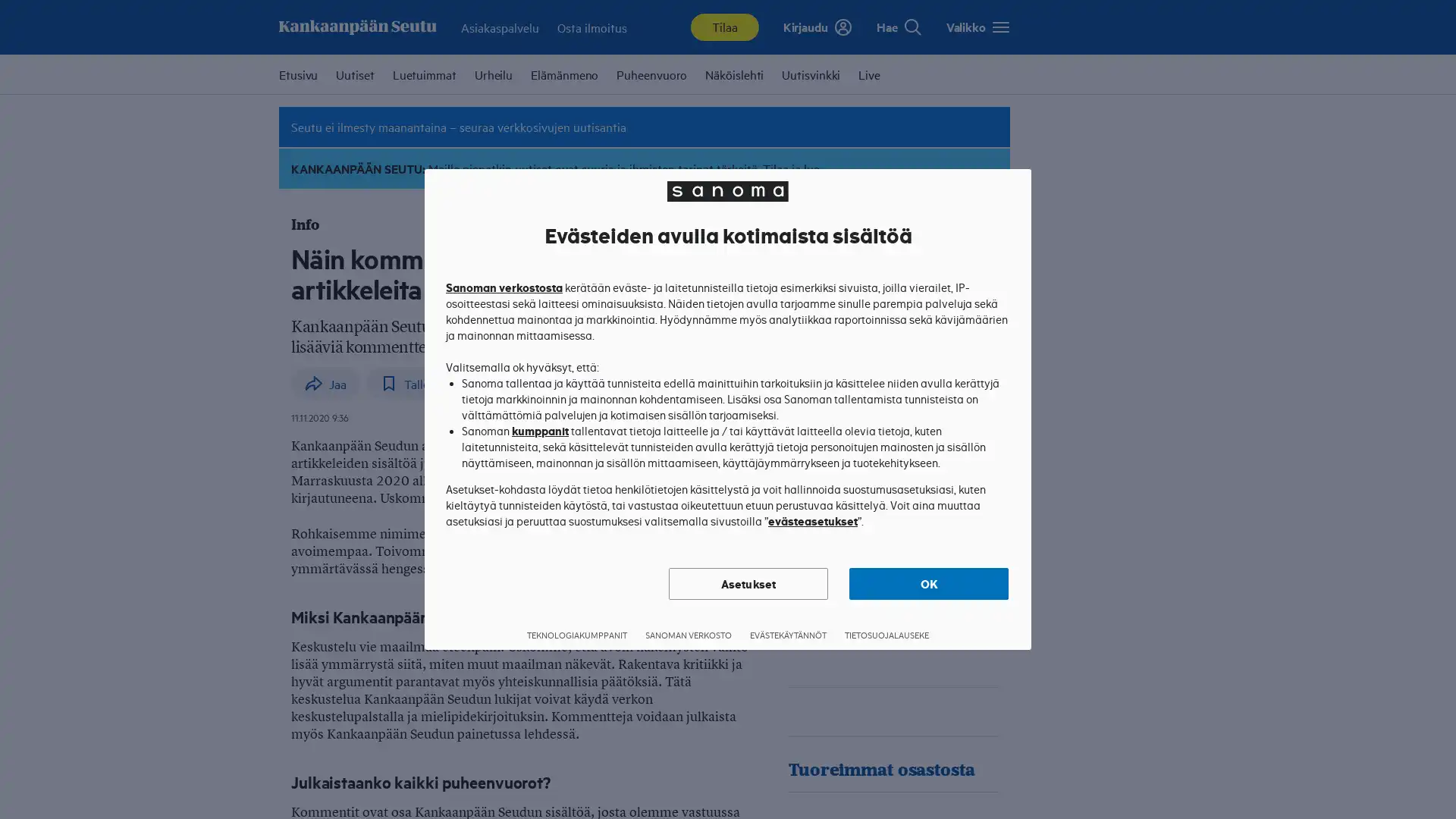 The image size is (1456, 819). I want to click on Jaa, so click(934, 24).